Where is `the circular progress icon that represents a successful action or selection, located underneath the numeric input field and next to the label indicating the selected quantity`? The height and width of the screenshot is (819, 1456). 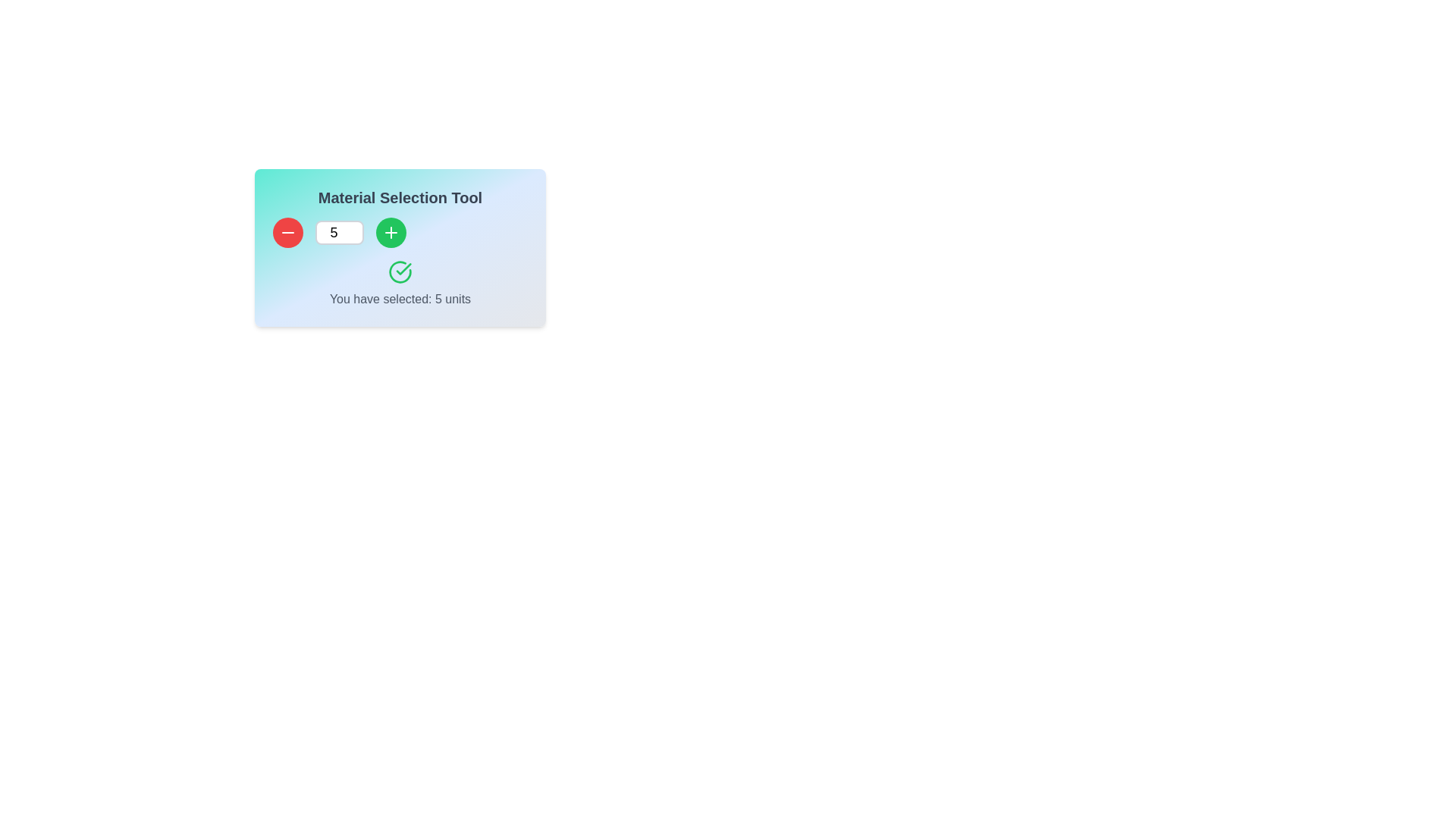
the circular progress icon that represents a successful action or selection, located underneath the numeric input field and next to the label indicating the selected quantity is located at coordinates (400, 271).